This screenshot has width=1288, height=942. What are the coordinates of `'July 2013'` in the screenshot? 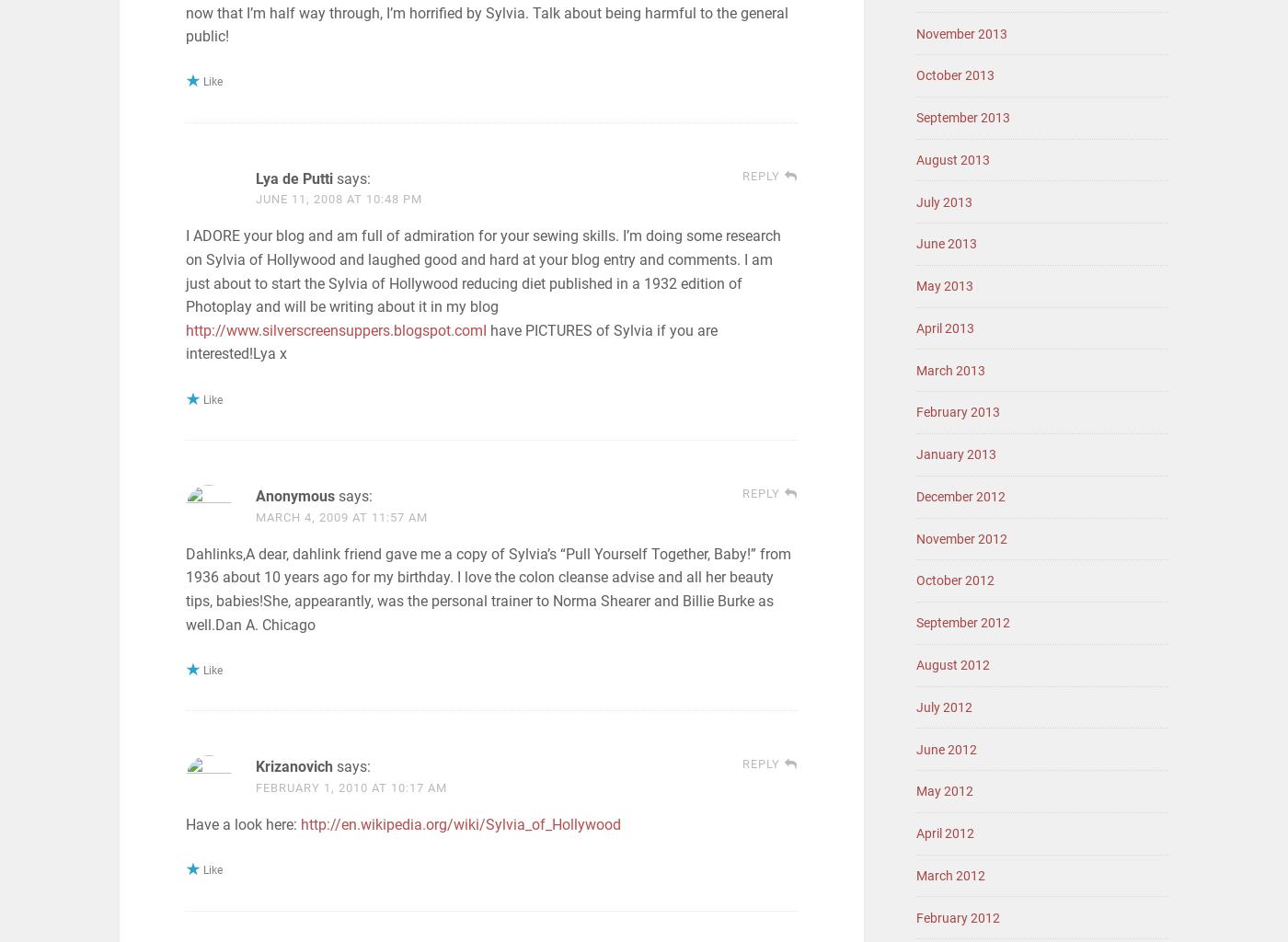 It's located at (944, 201).